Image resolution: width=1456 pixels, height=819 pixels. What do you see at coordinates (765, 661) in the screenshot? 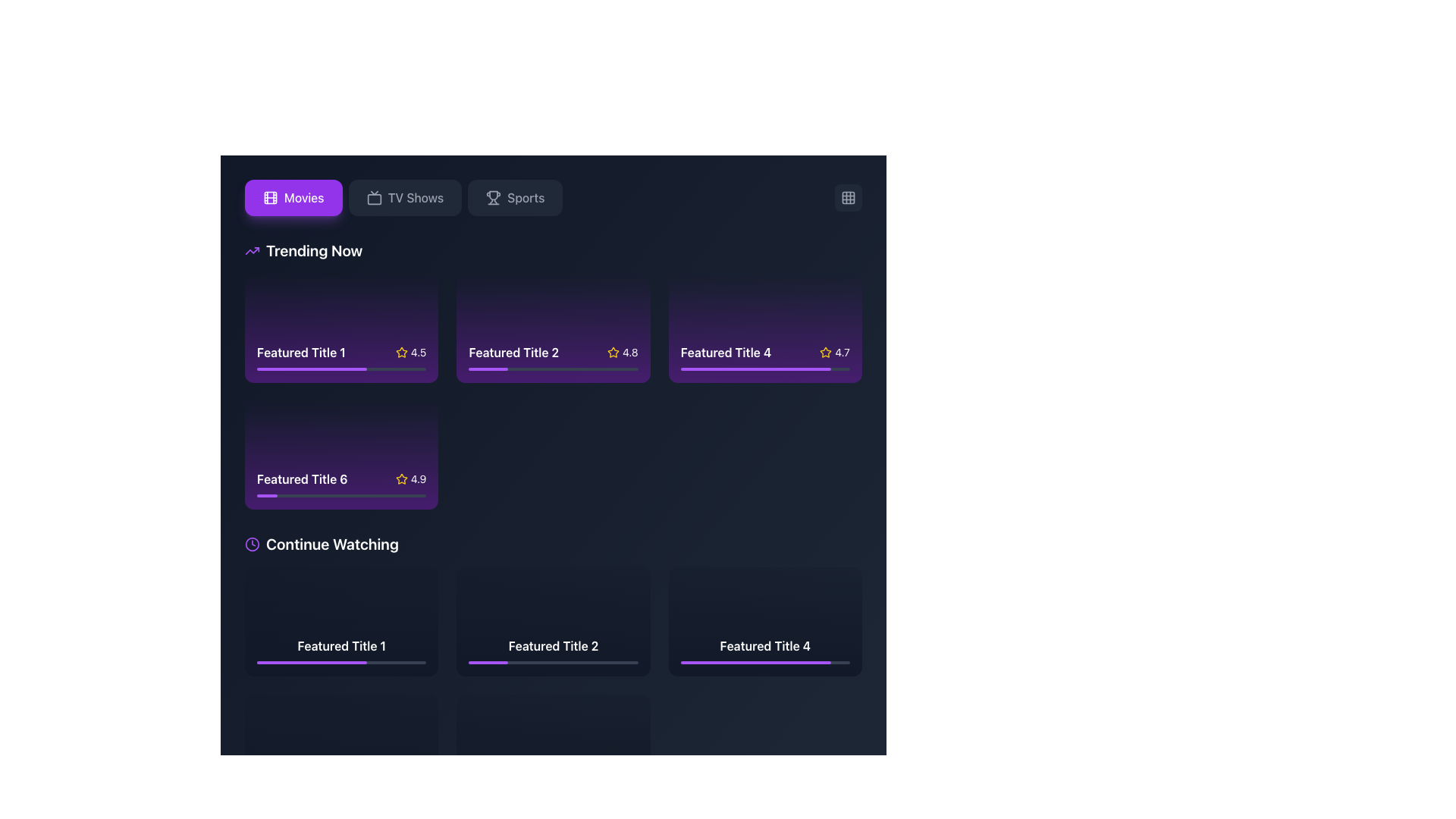
I see `the progress bar beneath the text 'Featured Title 4', which has a gray background and a purple progress indicator covering 89% of its width` at bounding box center [765, 661].